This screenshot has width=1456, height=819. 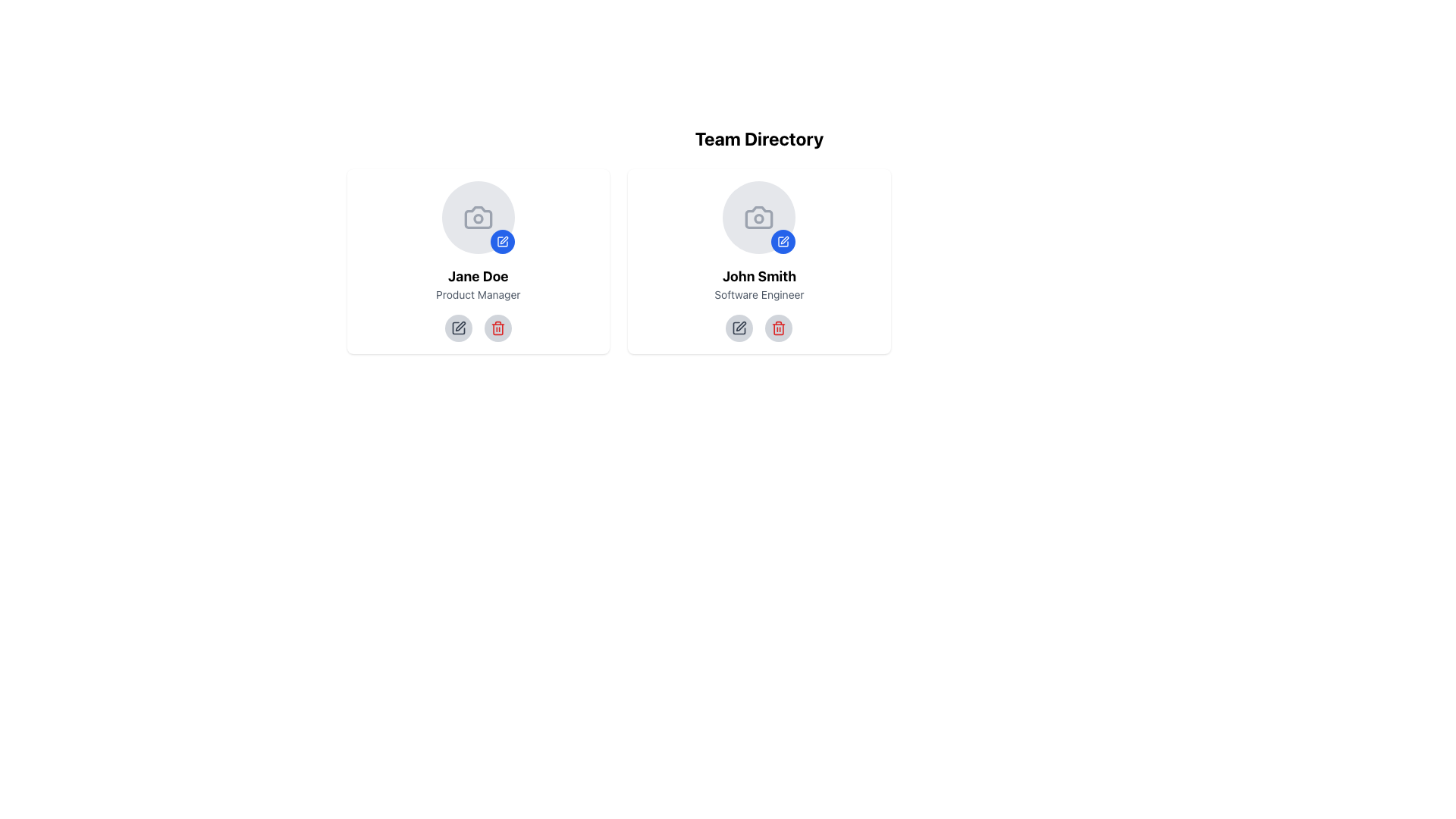 What do you see at coordinates (759, 295) in the screenshot?
I see `the static text reading 'Software Engineer' located below 'John Smith' in the second user profile card` at bounding box center [759, 295].